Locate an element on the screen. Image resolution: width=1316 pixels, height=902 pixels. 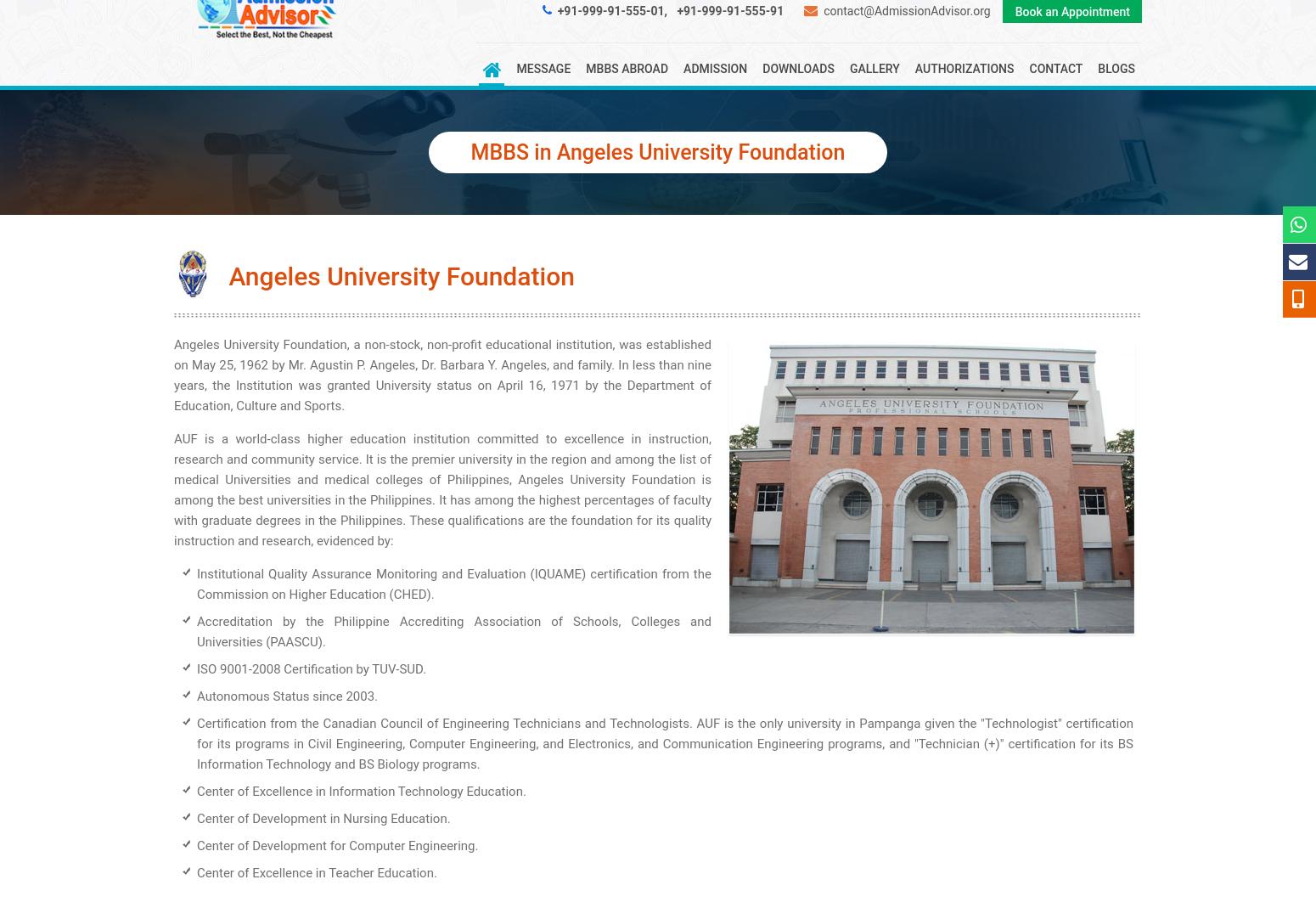
'Institutional Quality Assurance Monitoring and Evaluation (IQUAME) certification from the Commission on Higher Education (CHED).' is located at coordinates (453, 583).